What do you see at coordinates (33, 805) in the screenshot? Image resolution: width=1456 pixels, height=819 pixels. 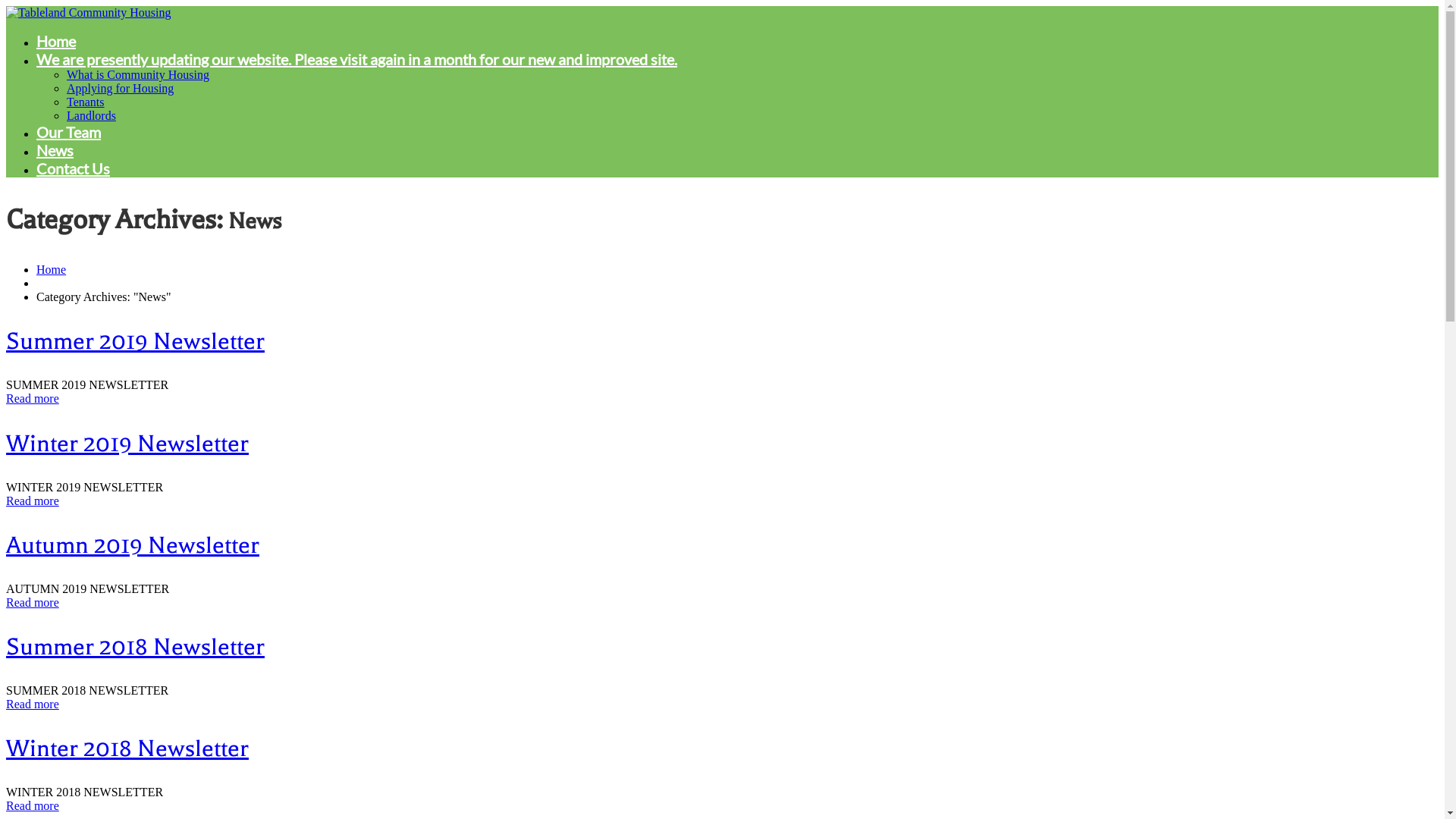 I see `'Read more'` at bounding box center [33, 805].